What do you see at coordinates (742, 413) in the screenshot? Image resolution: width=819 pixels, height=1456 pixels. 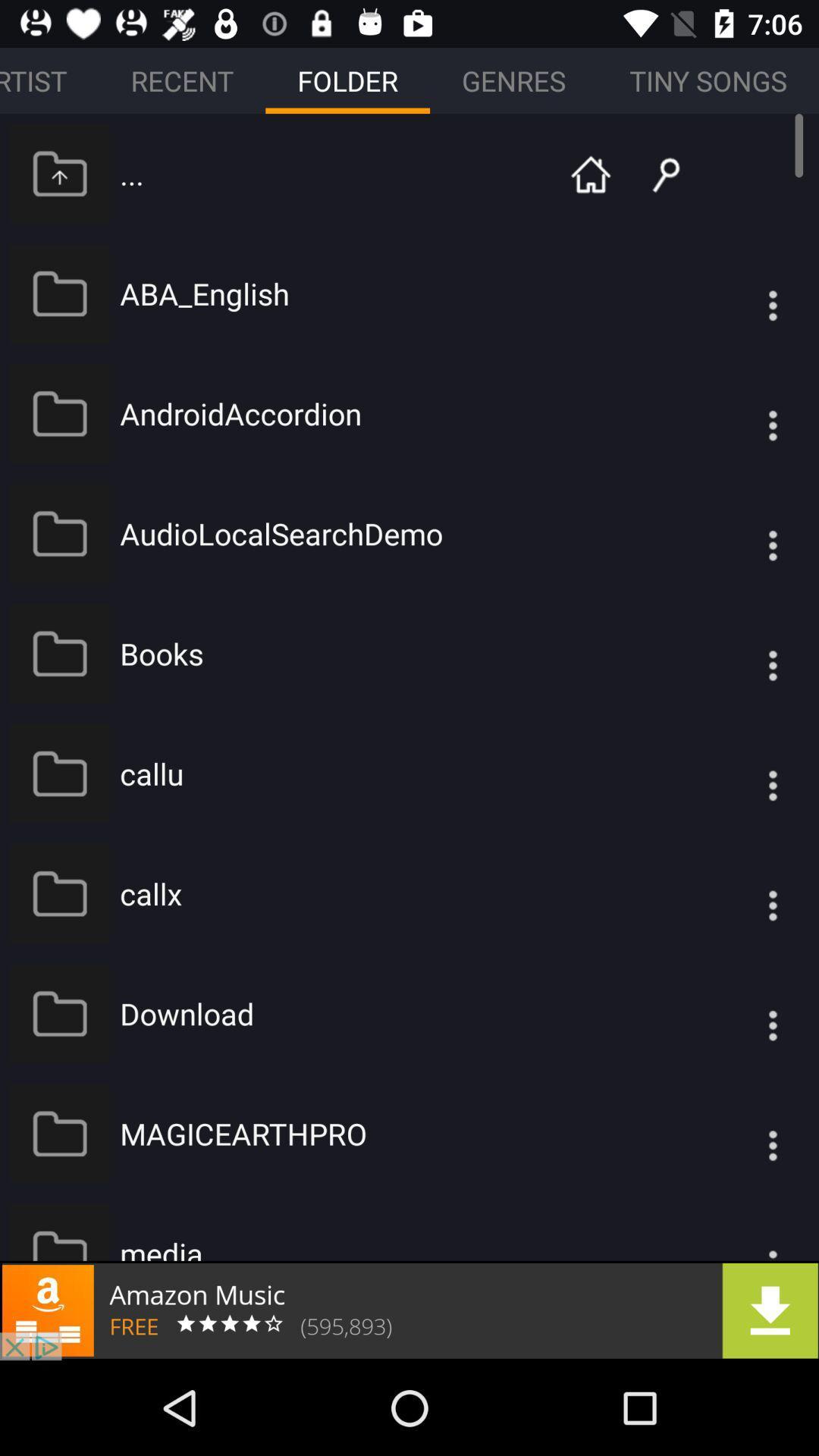 I see `options` at bounding box center [742, 413].